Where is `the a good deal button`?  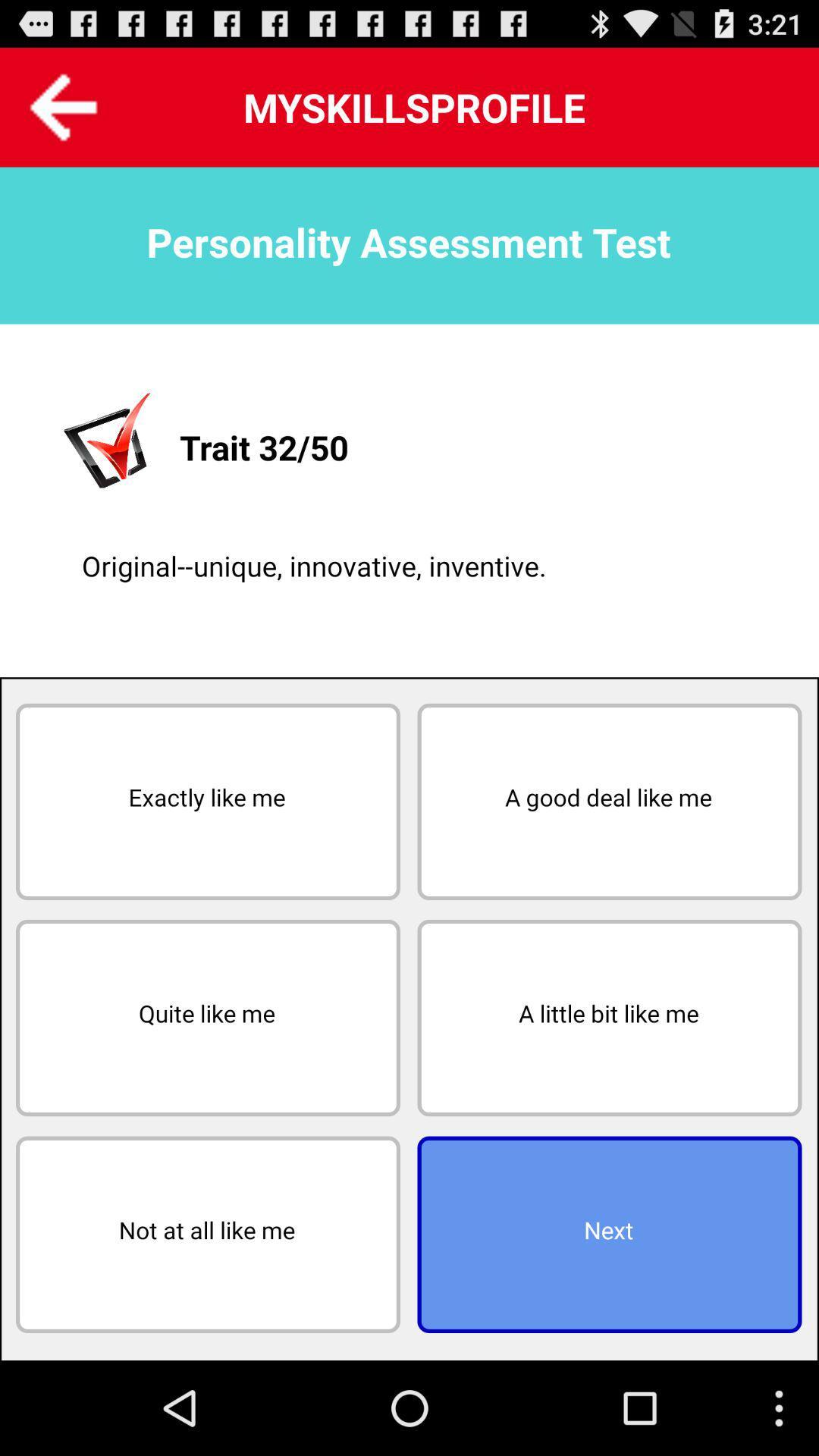
the a good deal button is located at coordinates (608, 801).